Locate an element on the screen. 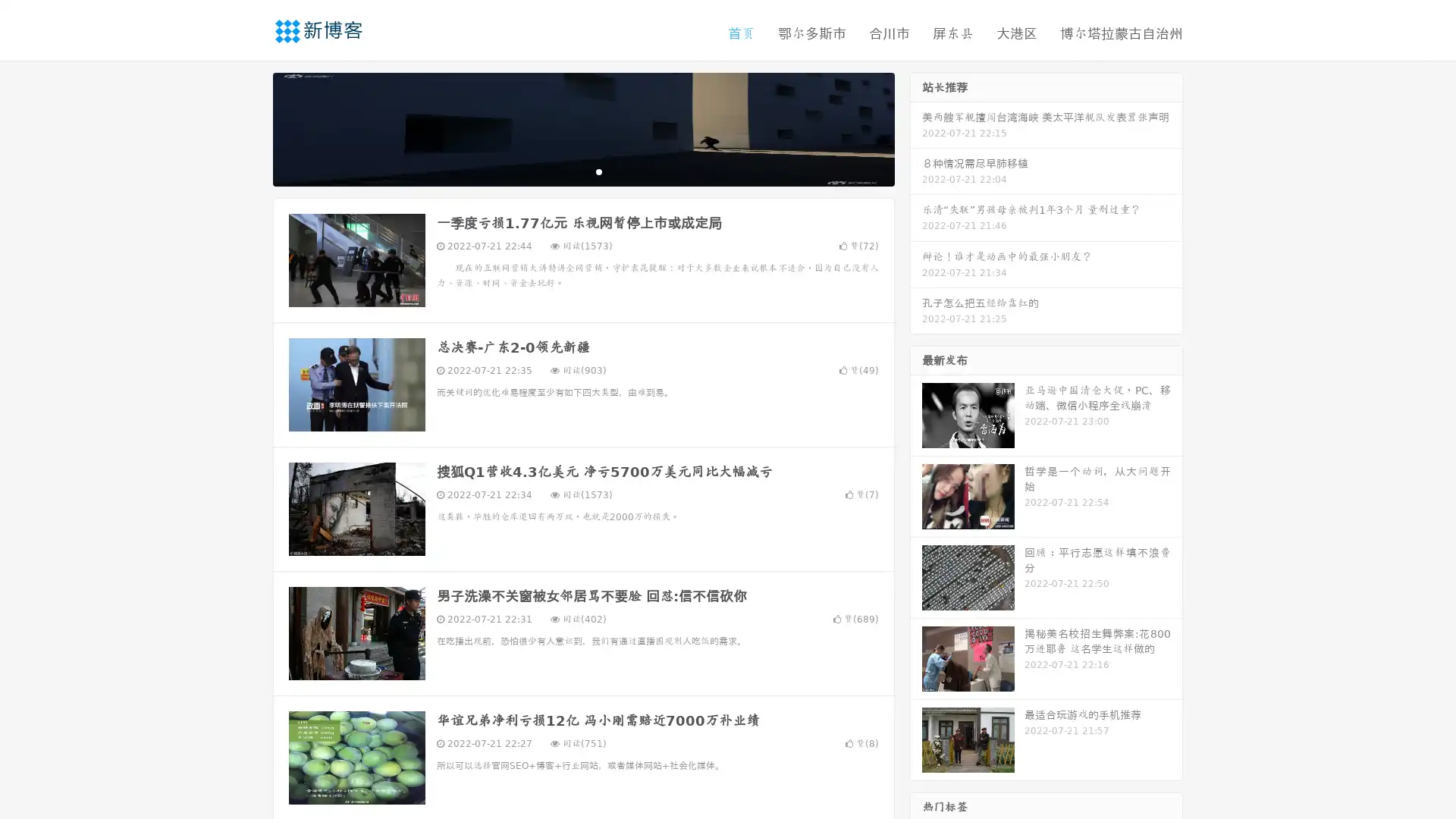 Image resolution: width=1456 pixels, height=819 pixels. Next slide is located at coordinates (916, 127).